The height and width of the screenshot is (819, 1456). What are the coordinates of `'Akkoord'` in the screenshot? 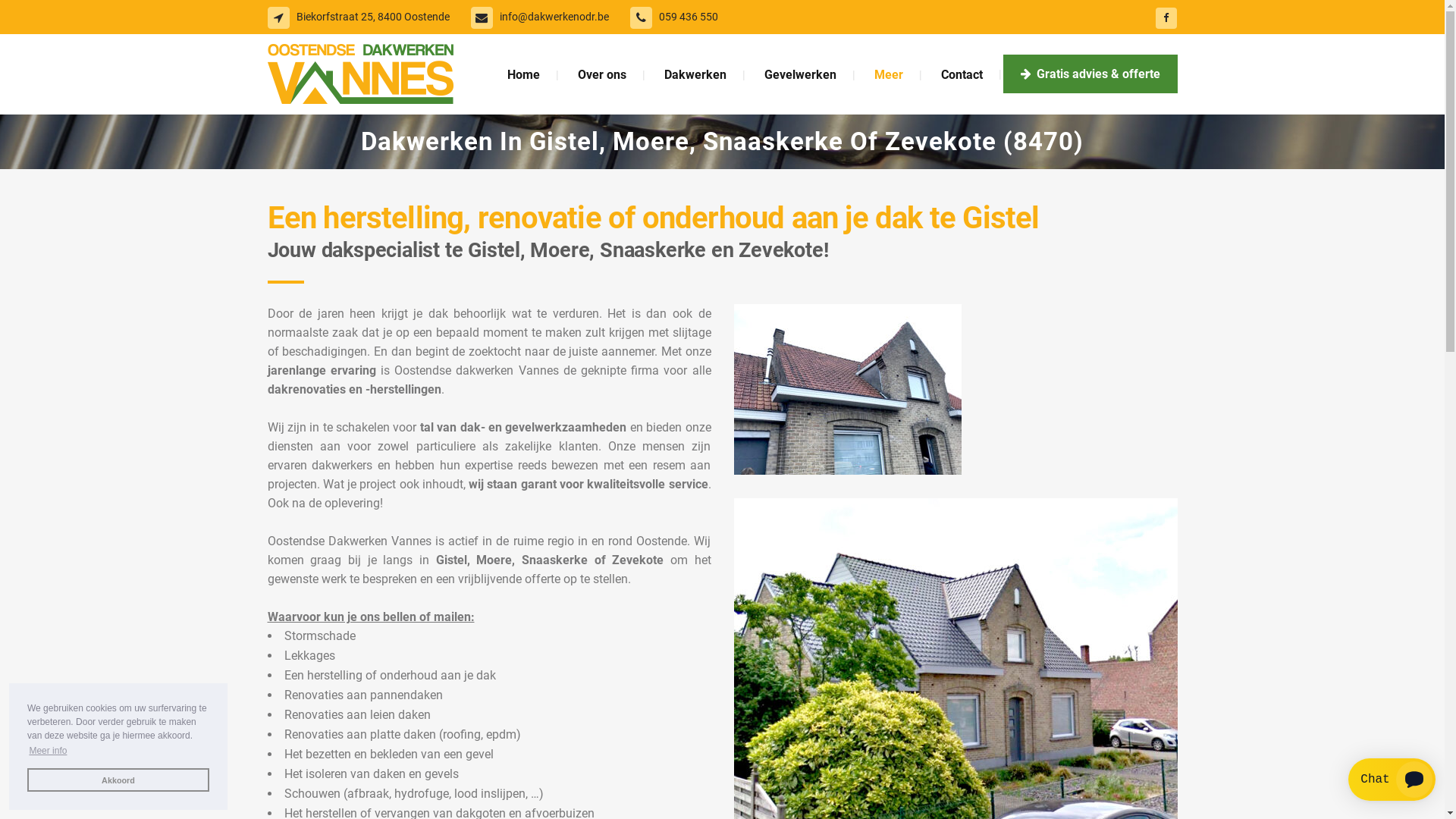 It's located at (27, 780).